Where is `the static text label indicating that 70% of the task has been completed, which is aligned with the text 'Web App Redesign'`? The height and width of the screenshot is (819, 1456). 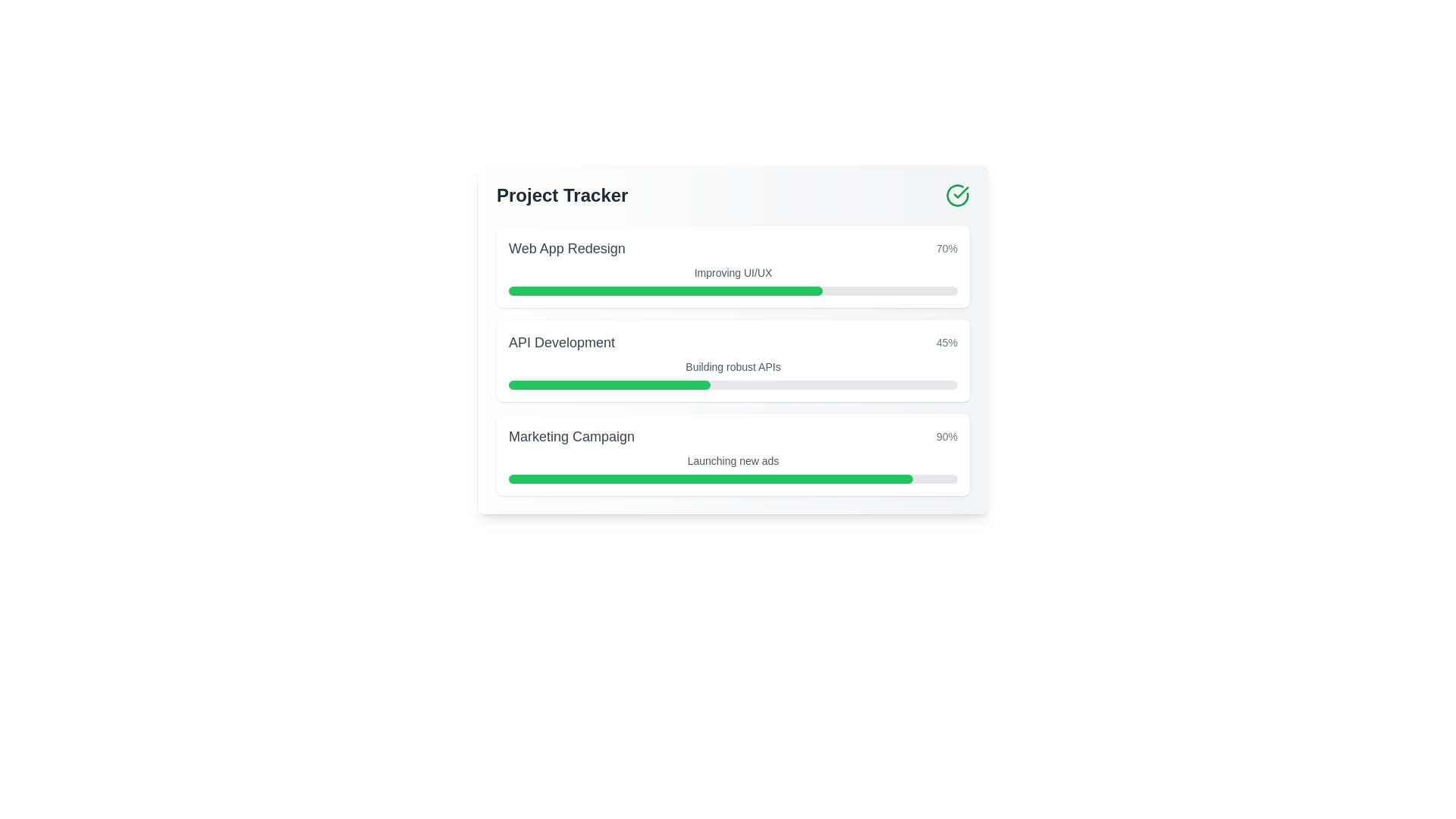
the static text label indicating that 70% of the task has been completed, which is aligned with the text 'Web App Redesign' is located at coordinates (946, 247).